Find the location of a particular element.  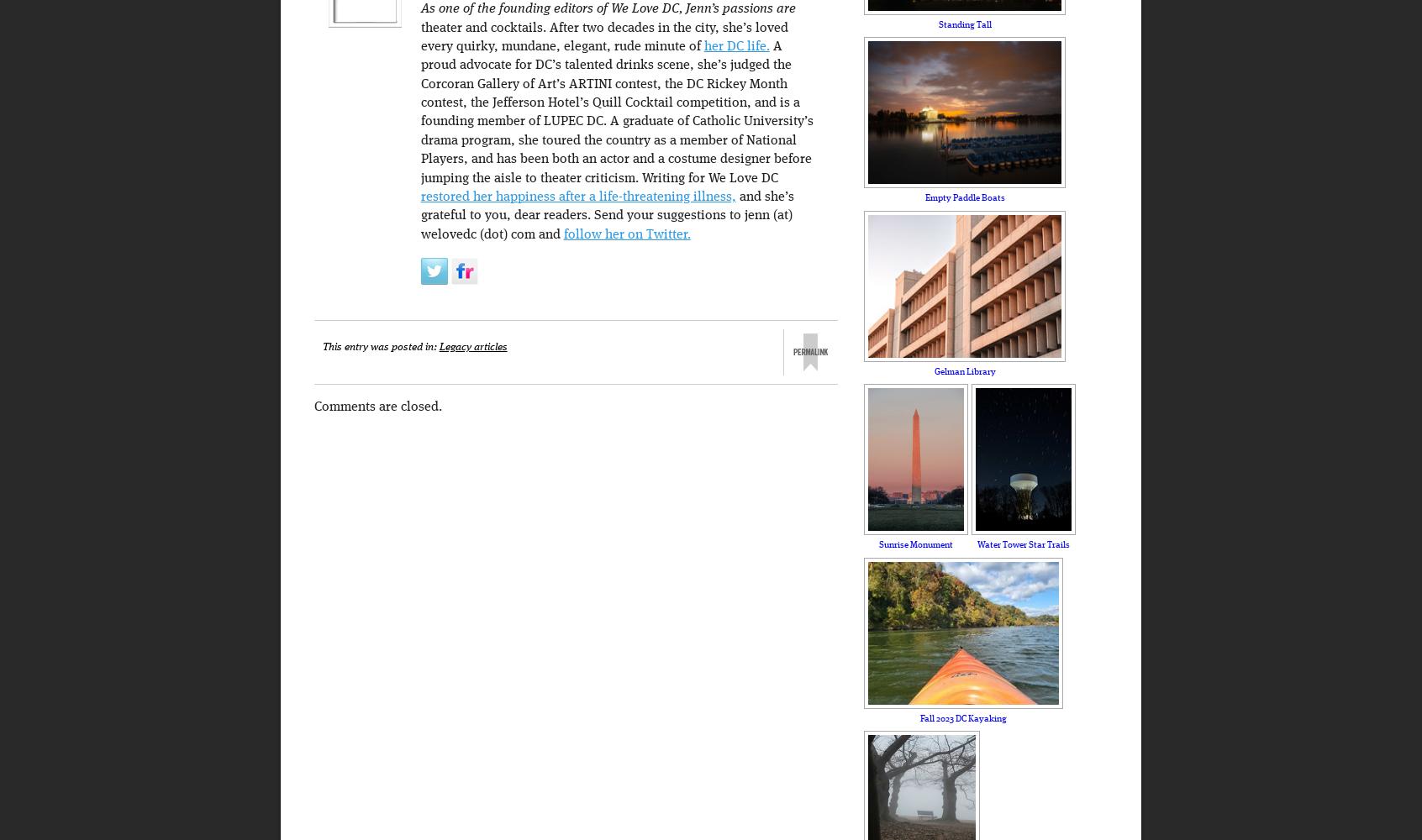

'Standing Tall' is located at coordinates (963, 24).